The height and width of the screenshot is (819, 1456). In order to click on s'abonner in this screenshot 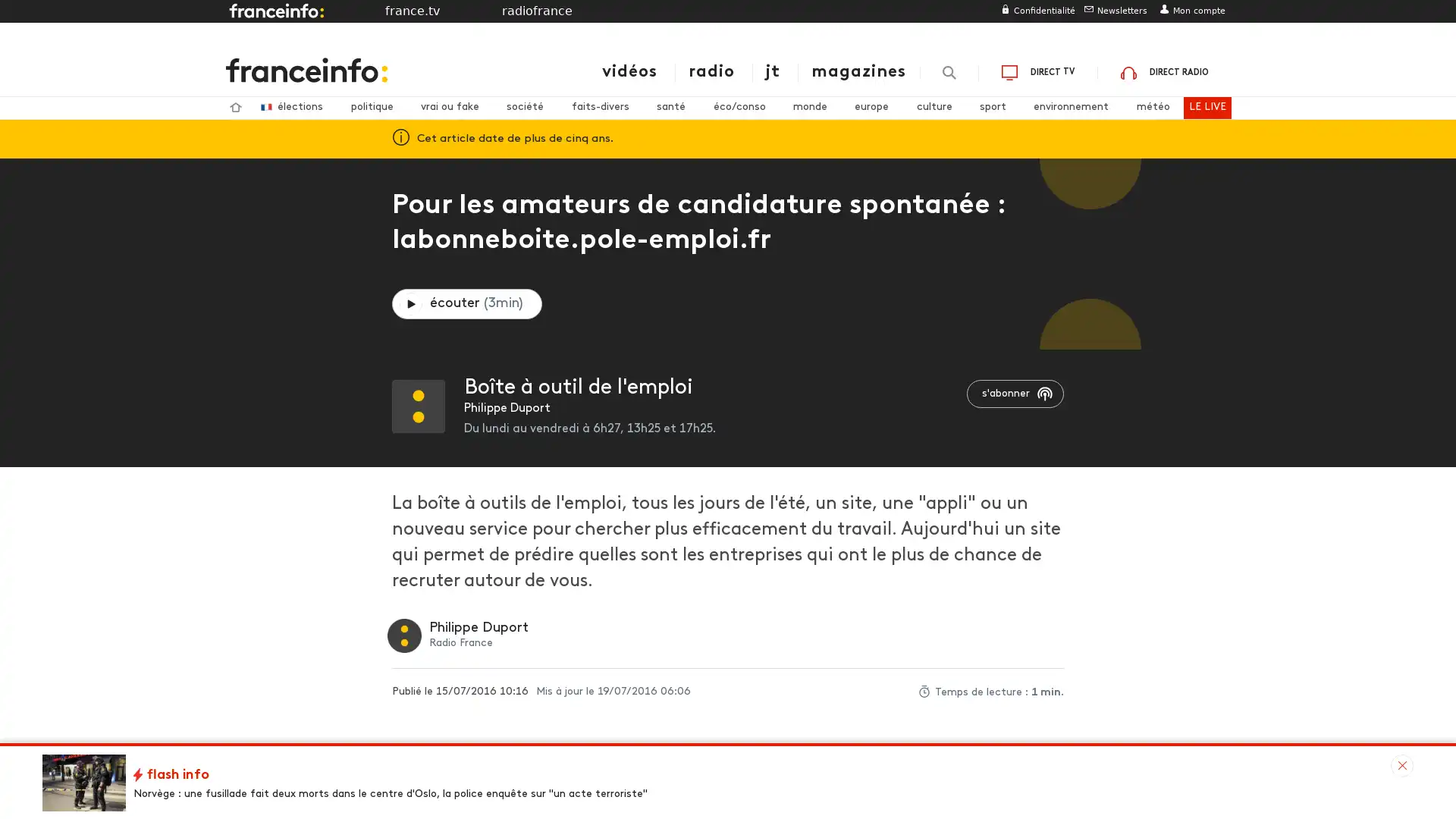, I will do `click(1015, 393)`.